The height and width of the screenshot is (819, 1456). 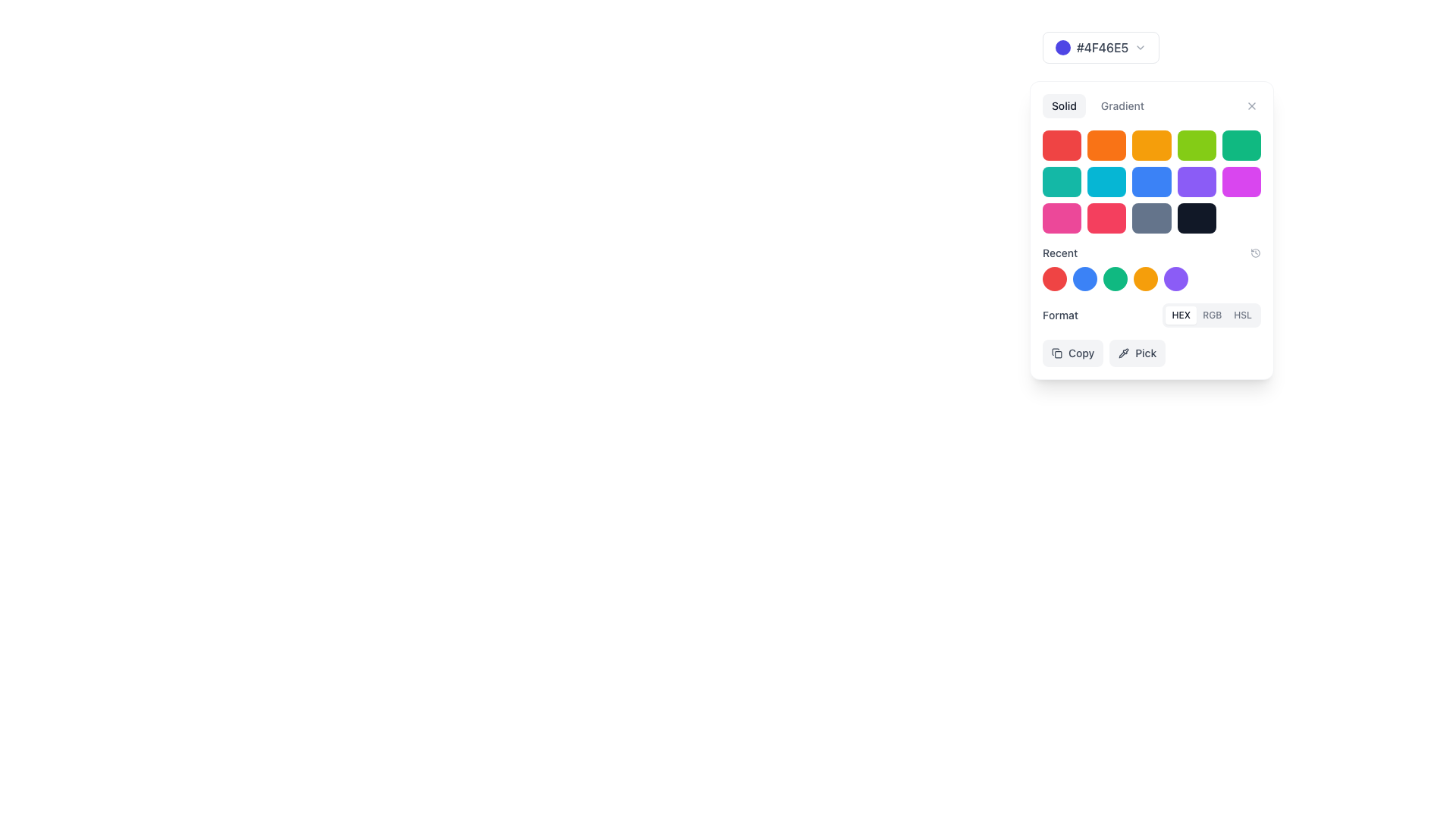 I want to click on the Static Text Label displaying 'Recent' in gray color, located under the 'Solid' button in the top-right corner of the color selection popup, so click(x=1059, y=253).